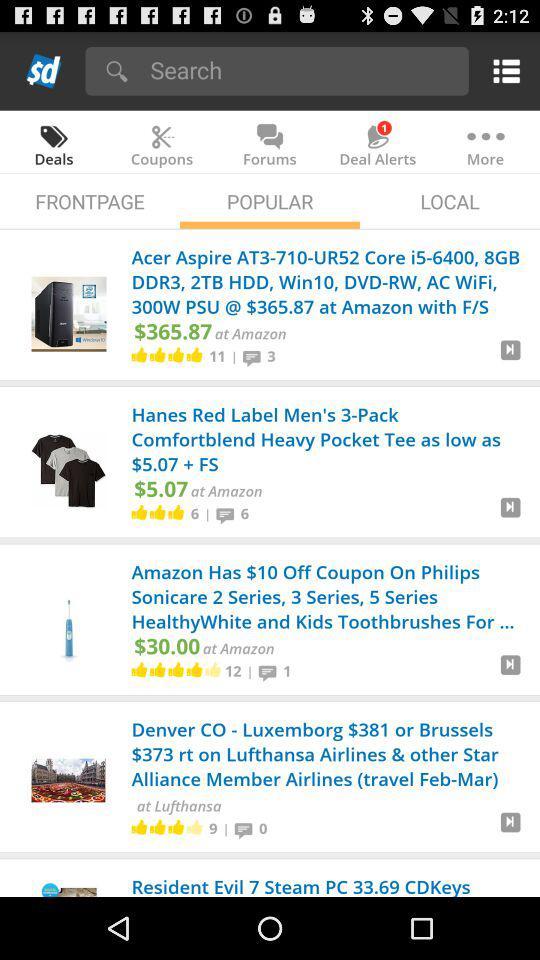  I want to click on click forward option, so click(510, 357).